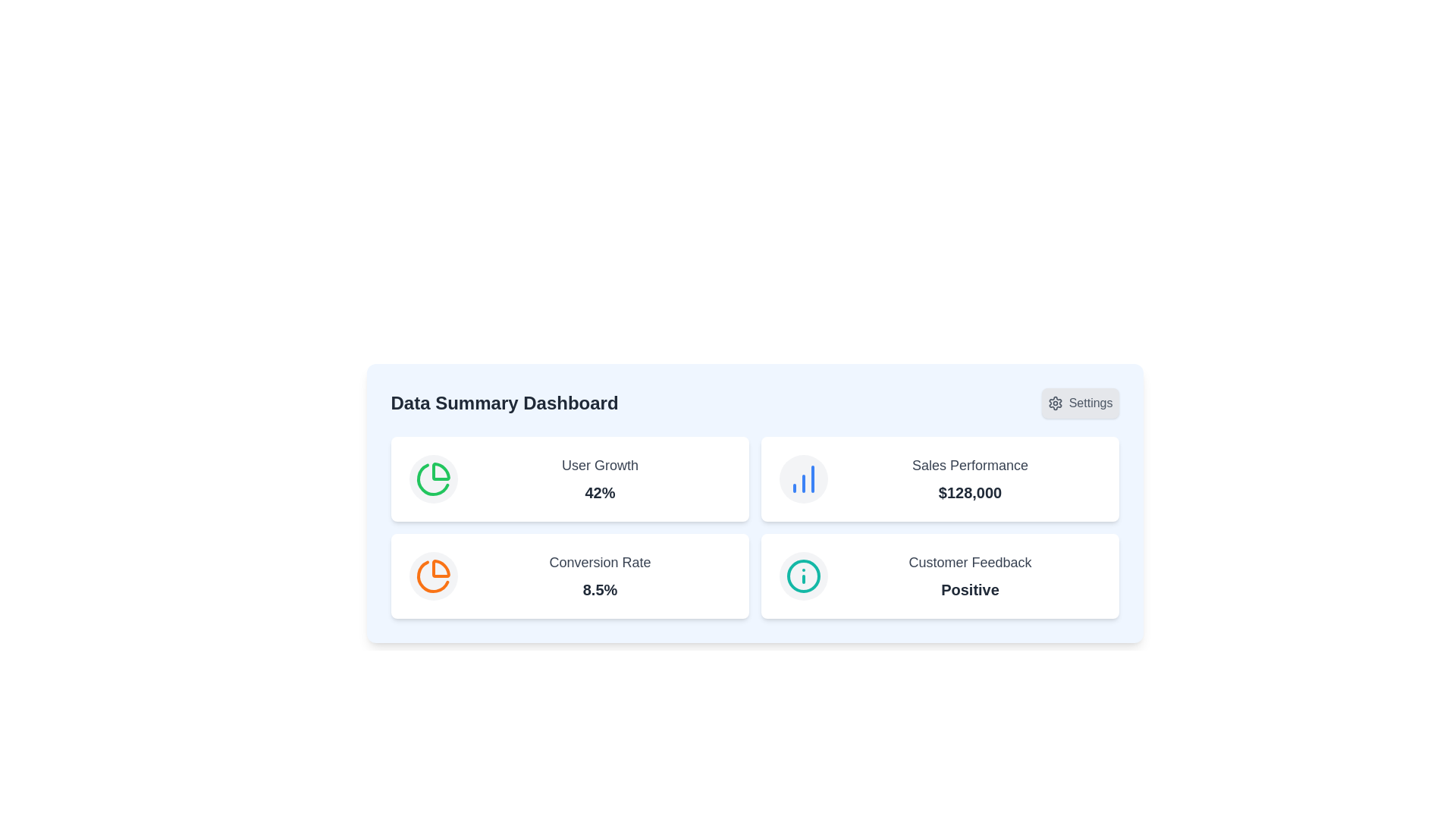 This screenshot has height=819, width=1456. I want to click on displayed text content of the 'Customer Feedback' Text Display Unit, which shows the sentiment as 'Positive', so click(969, 576).